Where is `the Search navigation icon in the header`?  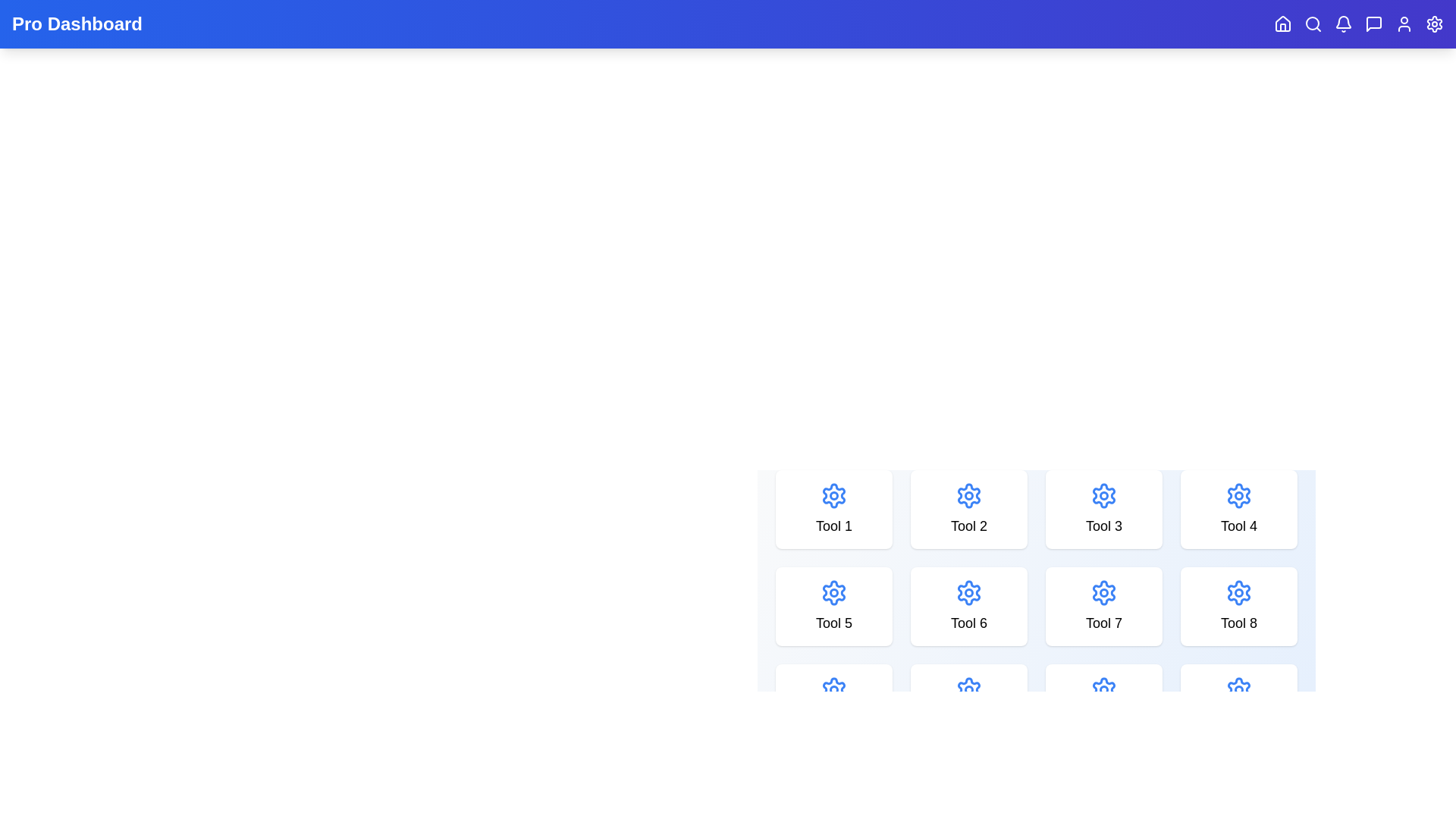 the Search navigation icon in the header is located at coordinates (1313, 24).